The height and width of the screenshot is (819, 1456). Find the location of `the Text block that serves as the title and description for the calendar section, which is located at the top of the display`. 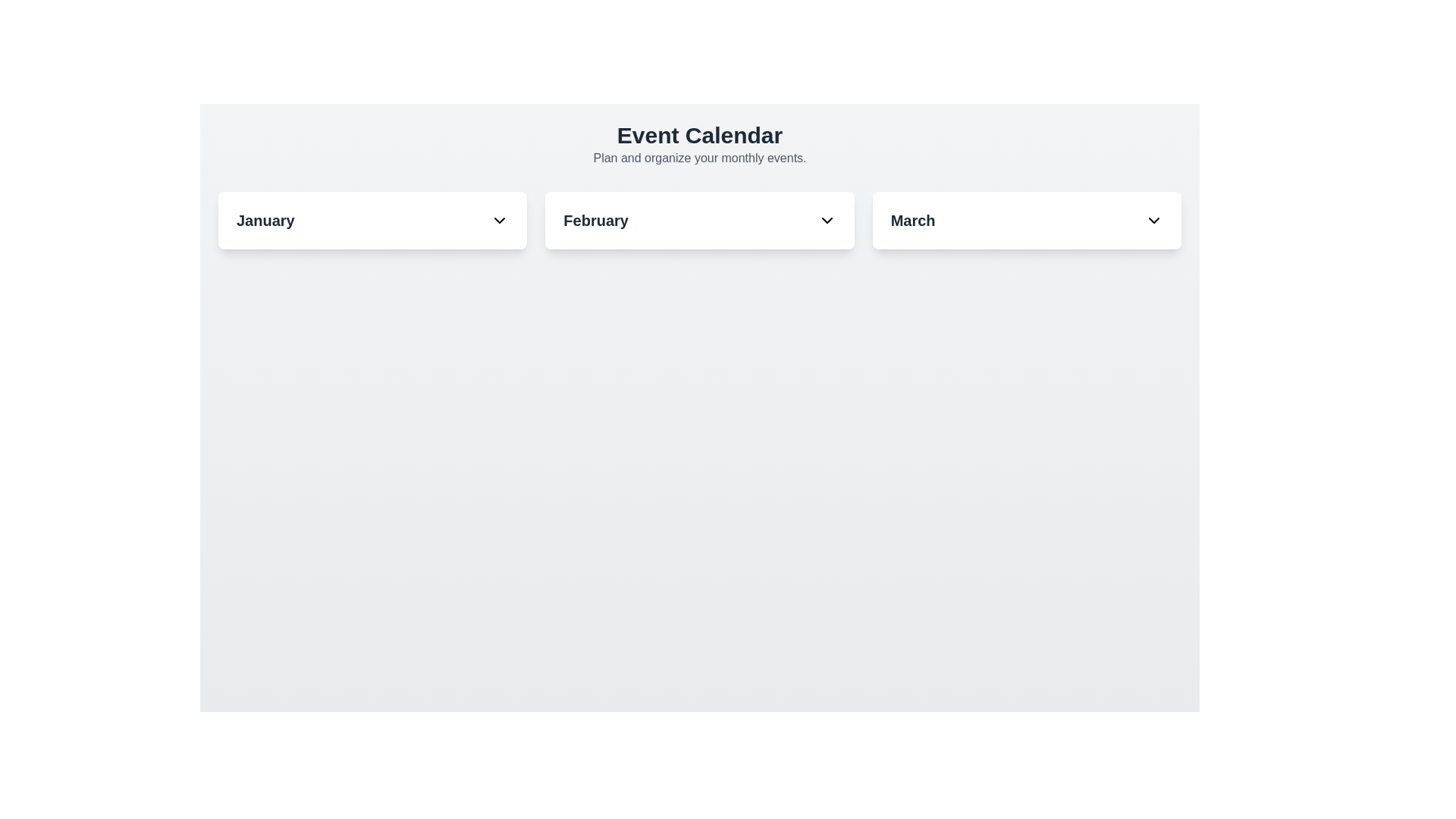

the Text block that serves as the title and description for the calendar section, which is located at the top of the display is located at coordinates (698, 145).